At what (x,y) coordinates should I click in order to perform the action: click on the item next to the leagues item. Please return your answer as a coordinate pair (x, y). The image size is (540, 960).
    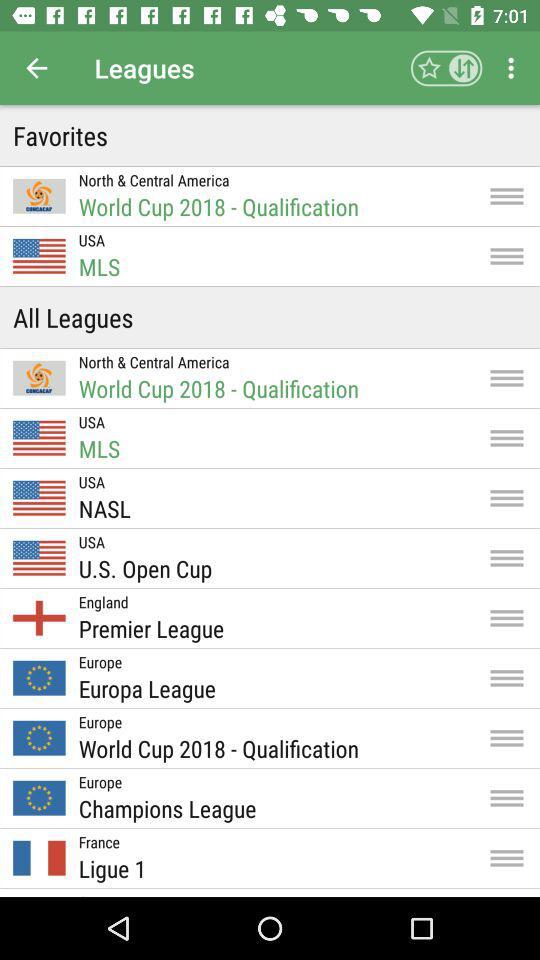
    Looking at the image, I should click on (446, 68).